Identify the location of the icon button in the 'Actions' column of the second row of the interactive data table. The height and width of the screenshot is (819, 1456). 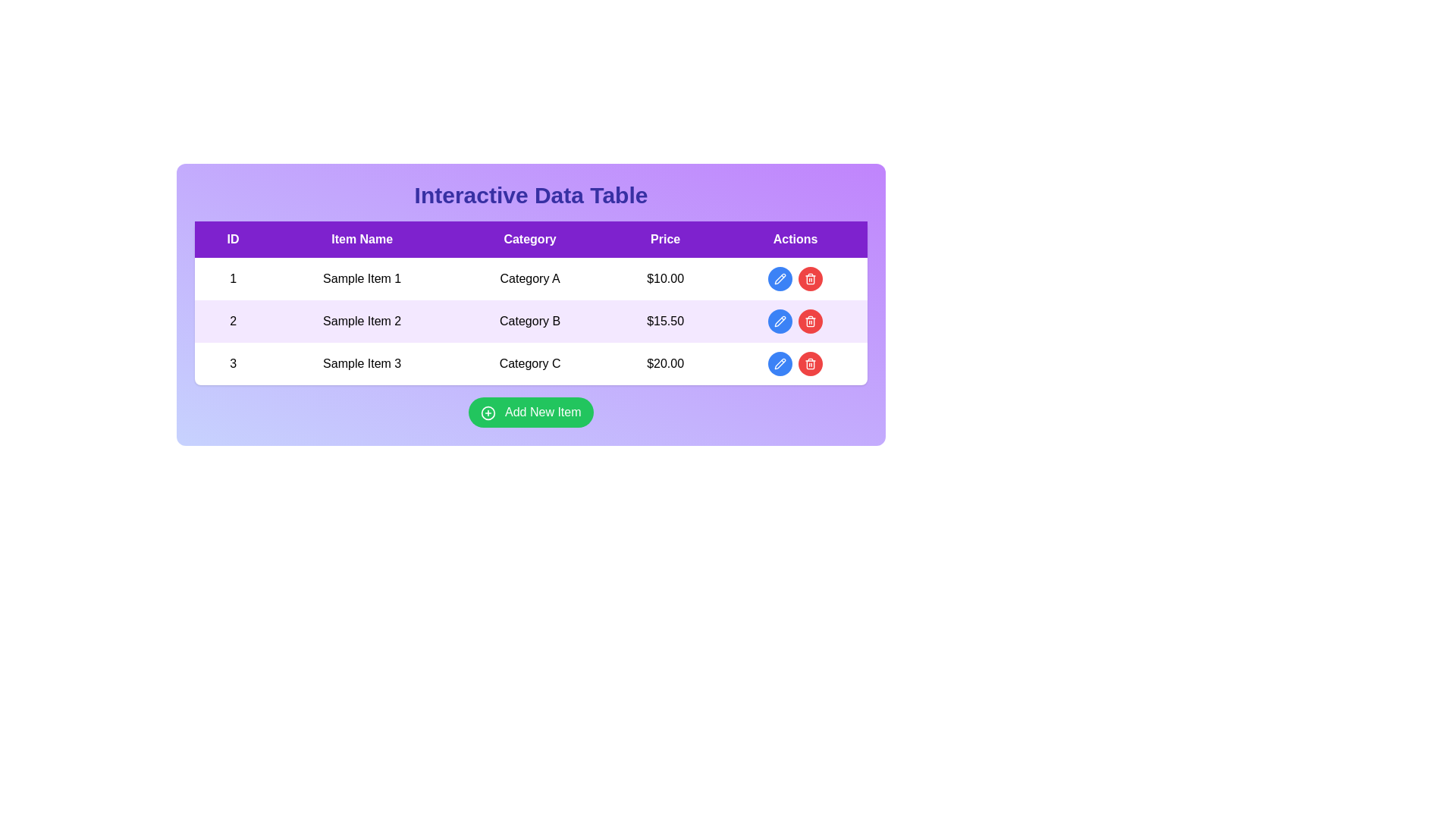
(780, 278).